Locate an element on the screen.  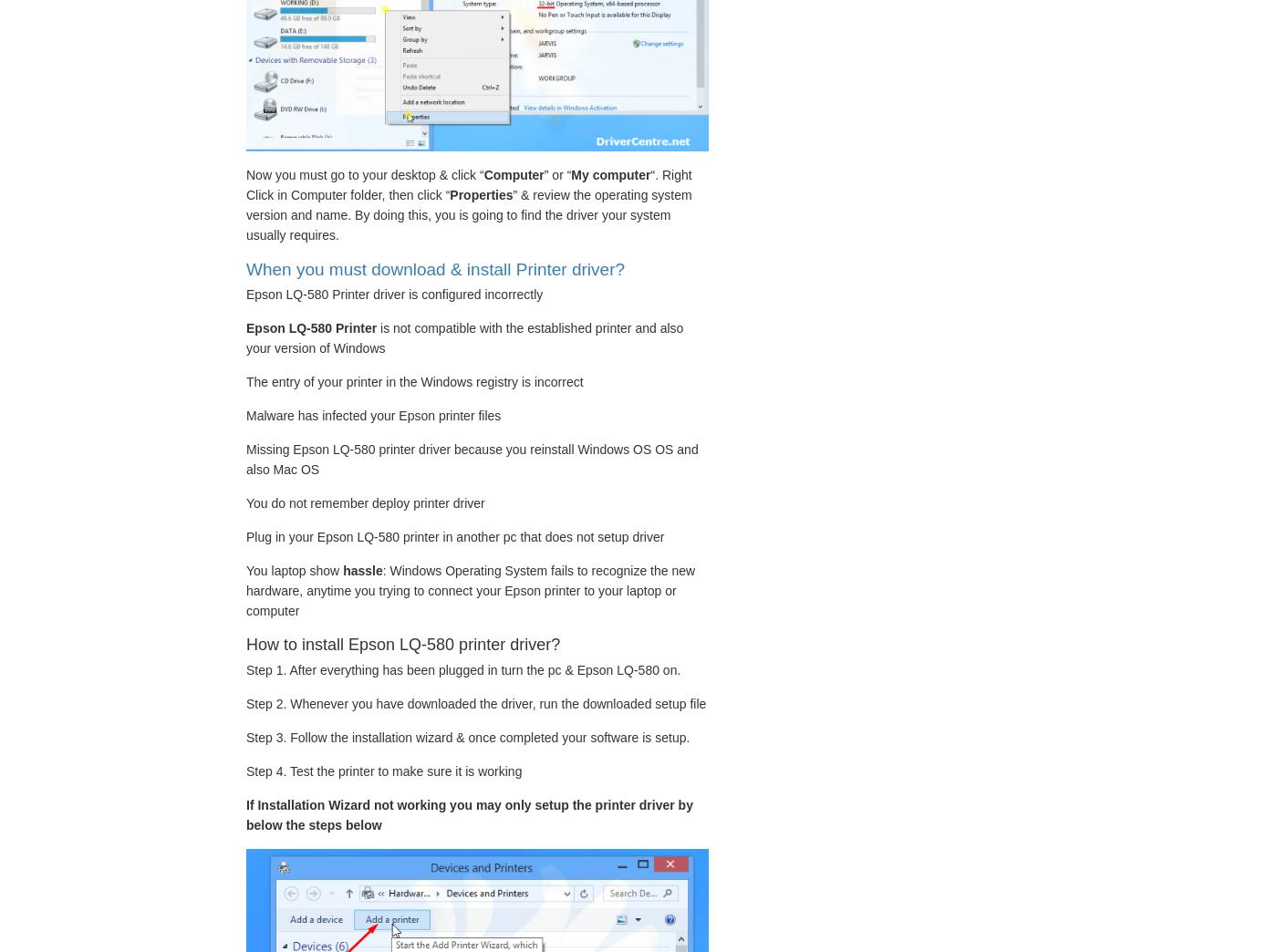
'When you must download & install Printer driver?' is located at coordinates (434, 267).